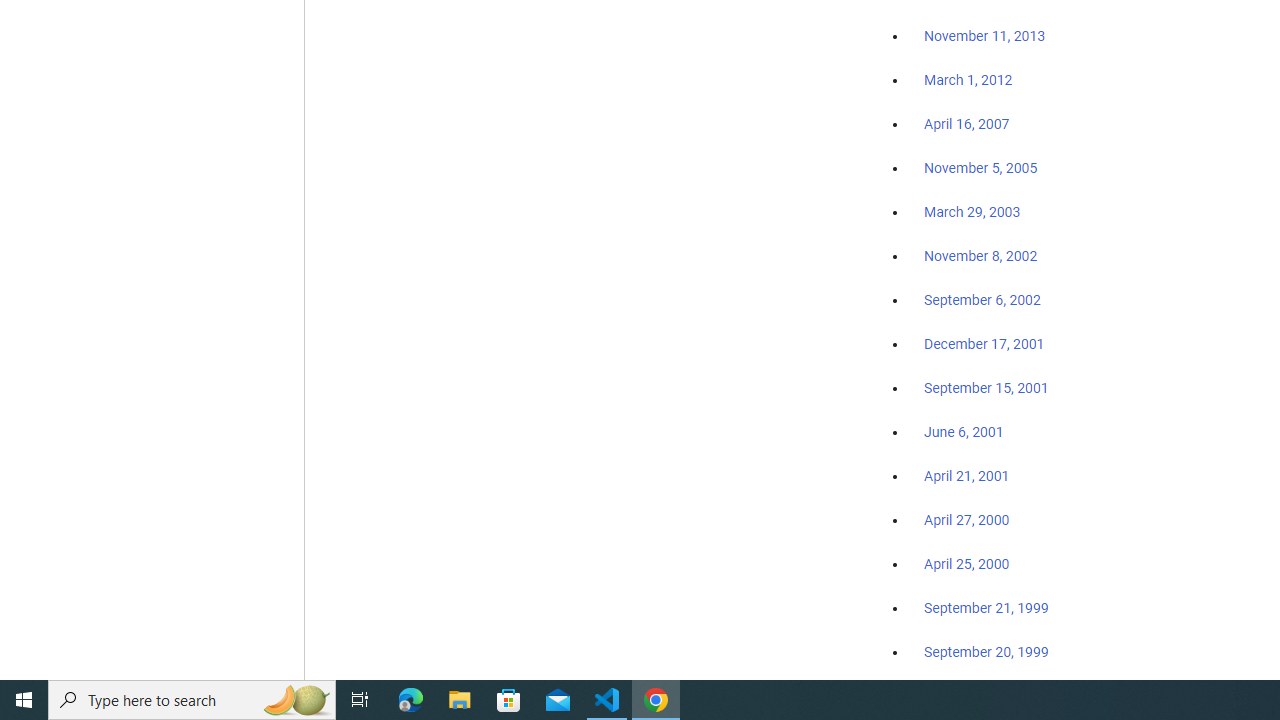 The image size is (1280, 720). What do you see at coordinates (986, 607) in the screenshot?
I see `'September 21, 1999'` at bounding box center [986, 607].